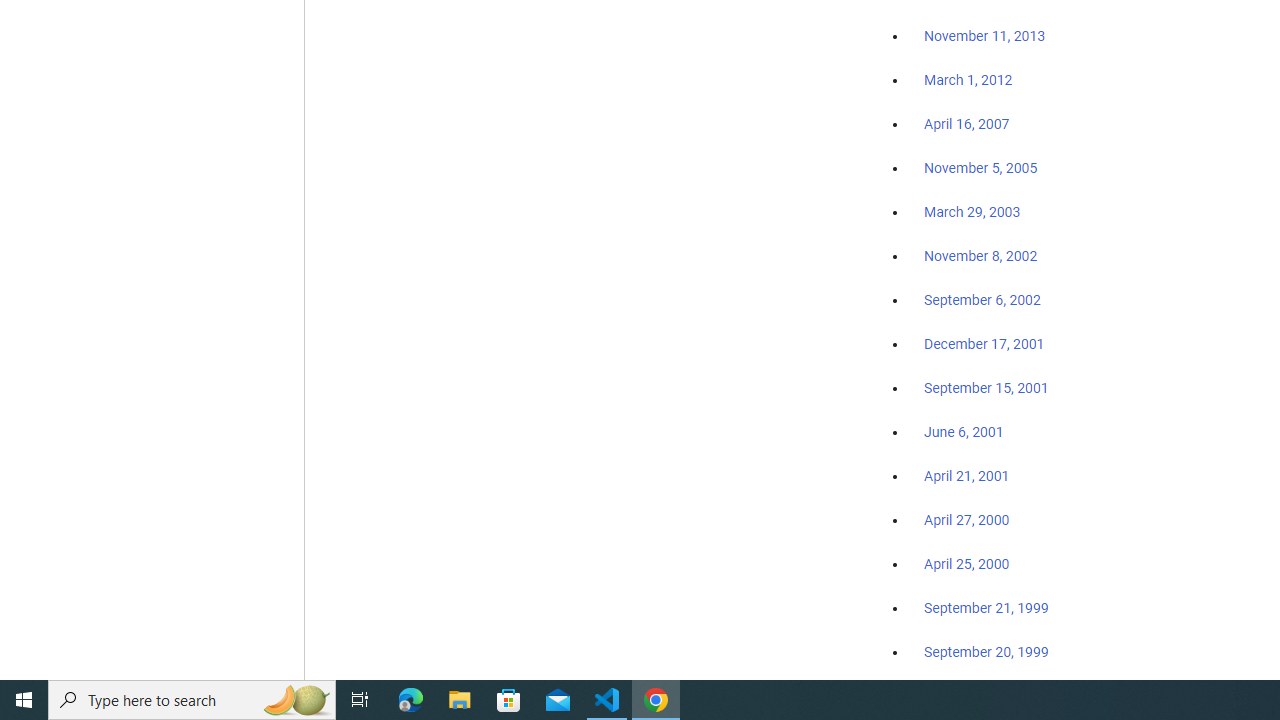 The image size is (1280, 720). What do you see at coordinates (986, 607) in the screenshot?
I see `'September 21, 1999'` at bounding box center [986, 607].